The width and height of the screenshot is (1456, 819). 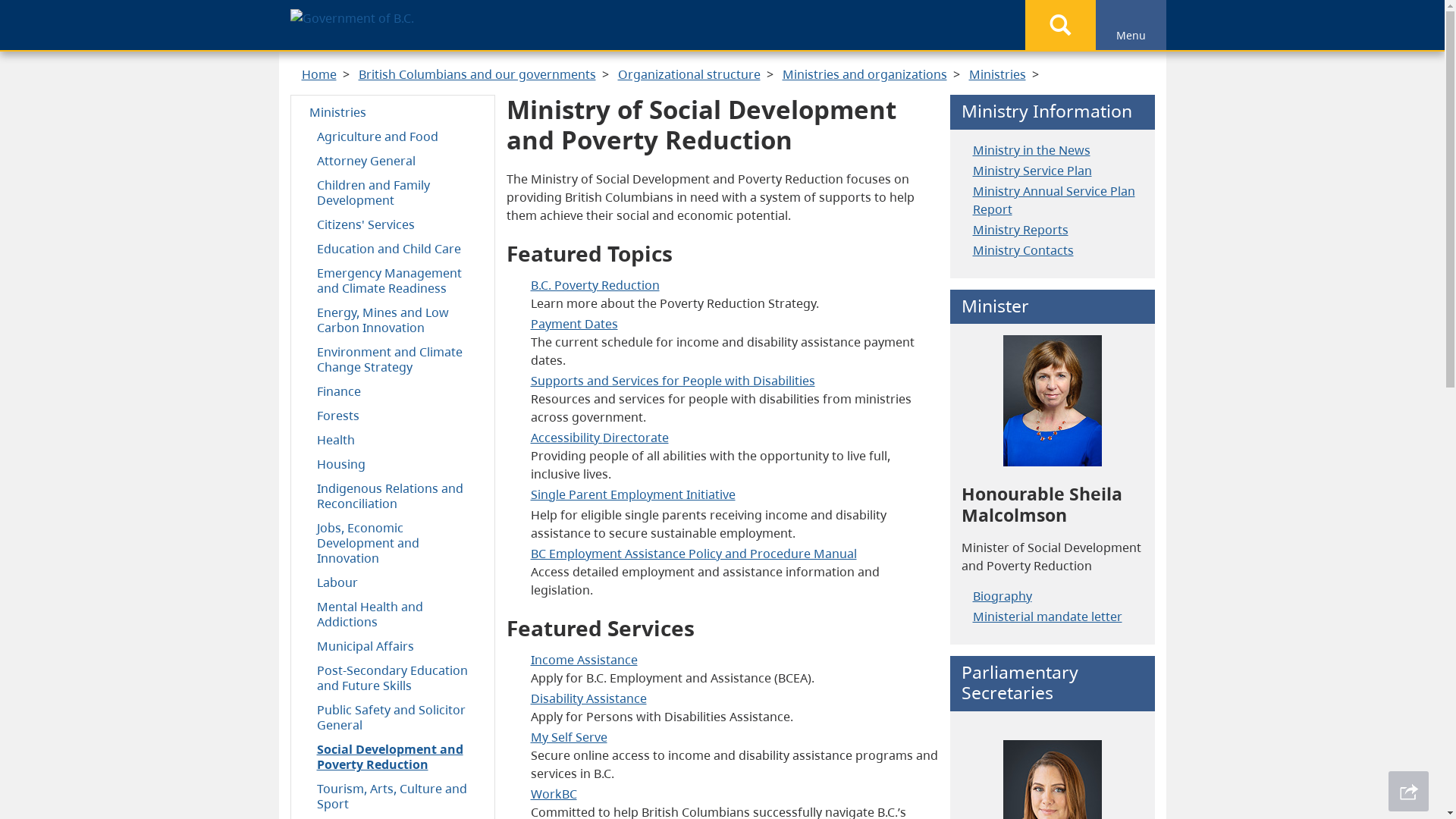 I want to click on 'My Self Serve', so click(x=568, y=736).